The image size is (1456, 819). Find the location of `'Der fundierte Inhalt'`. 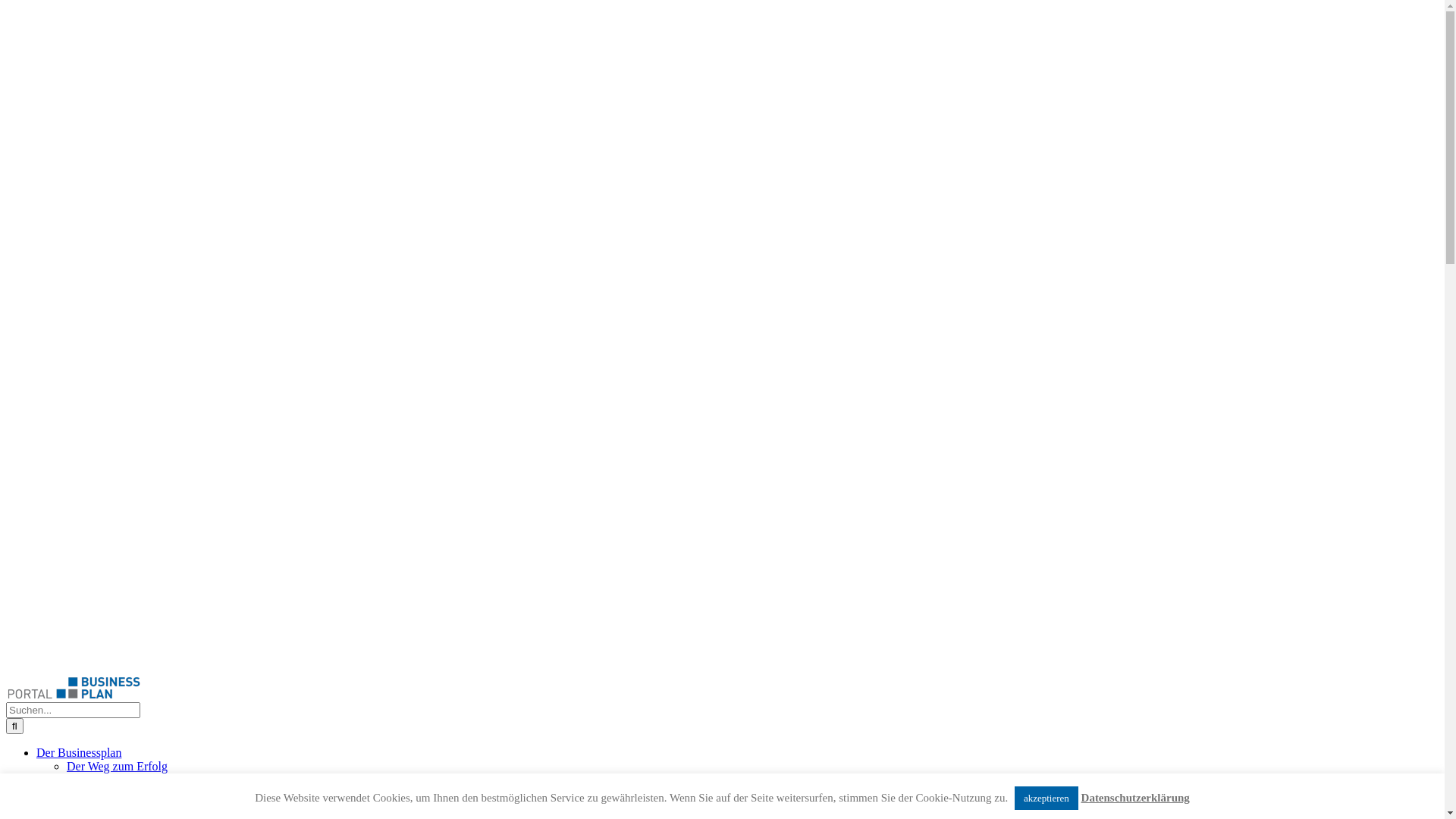

'Der fundierte Inhalt' is located at coordinates (114, 780).